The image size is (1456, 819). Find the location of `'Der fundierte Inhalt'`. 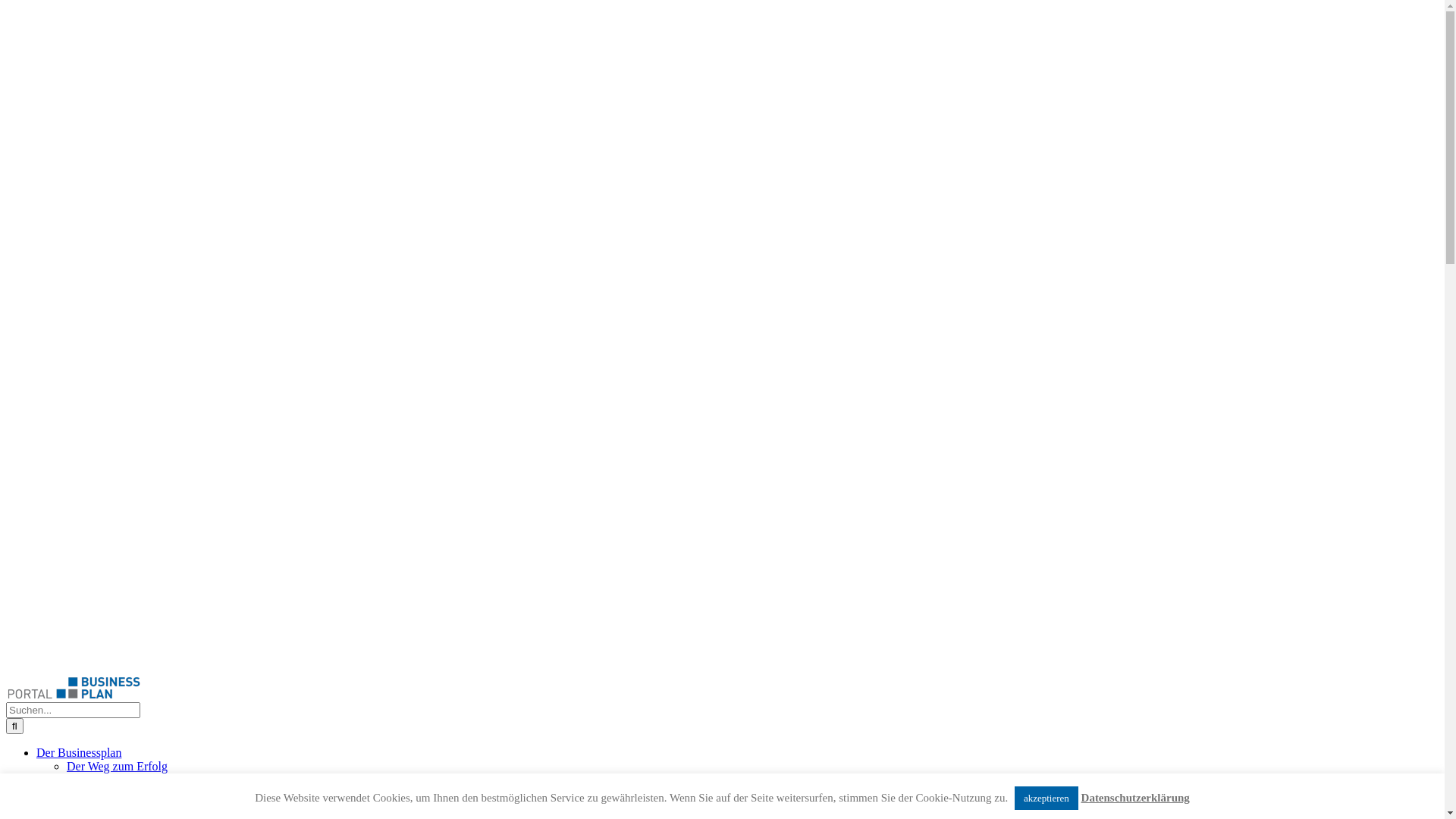

'Der fundierte Inhalt' is located at coordinates (114, 780).